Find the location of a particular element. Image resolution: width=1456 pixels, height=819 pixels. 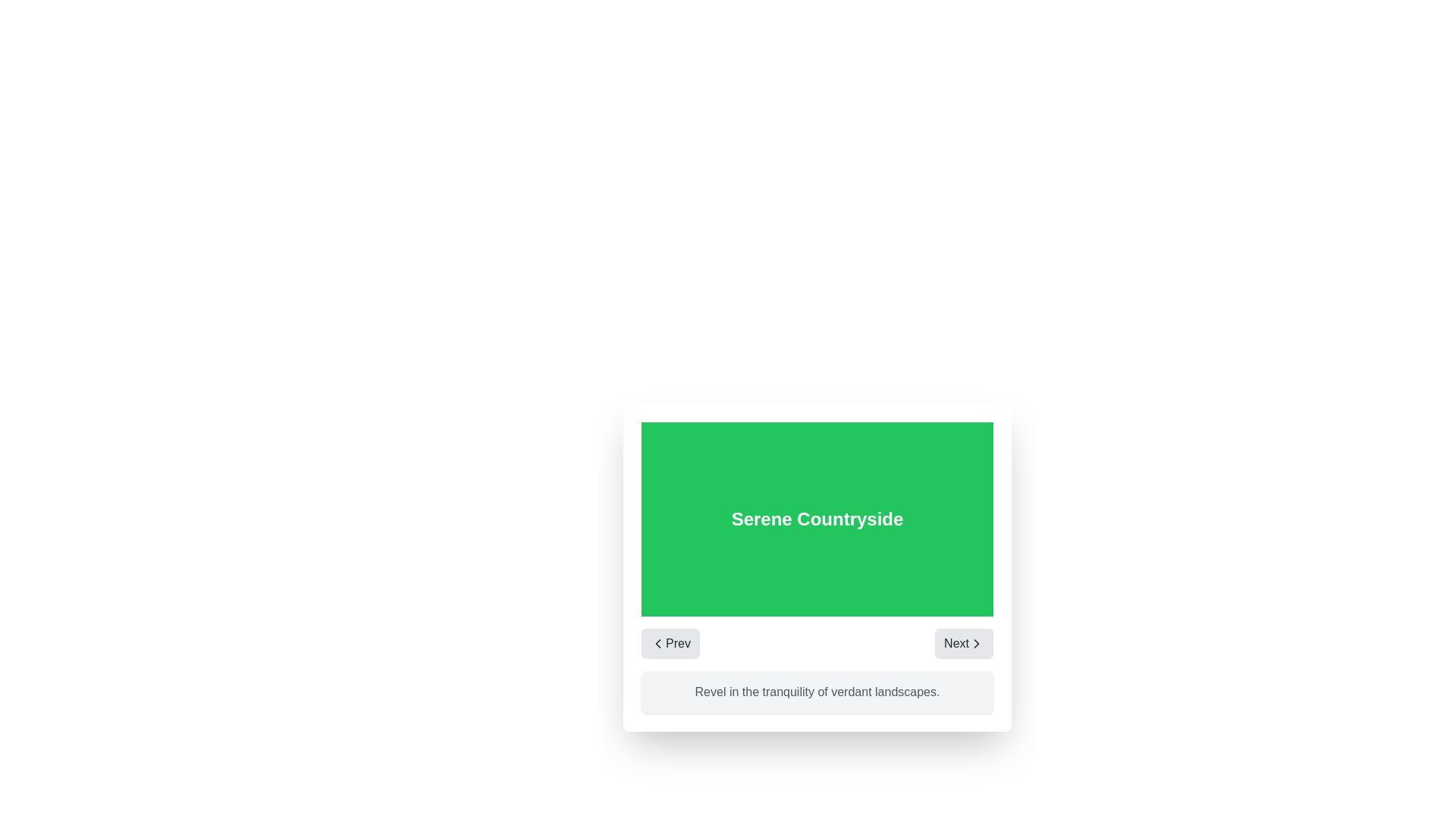

text content of the 'Prev' text label located within the button on the bottom-left corner of the interface, next to the chevron-left icon is located at coordinates (677, 643).